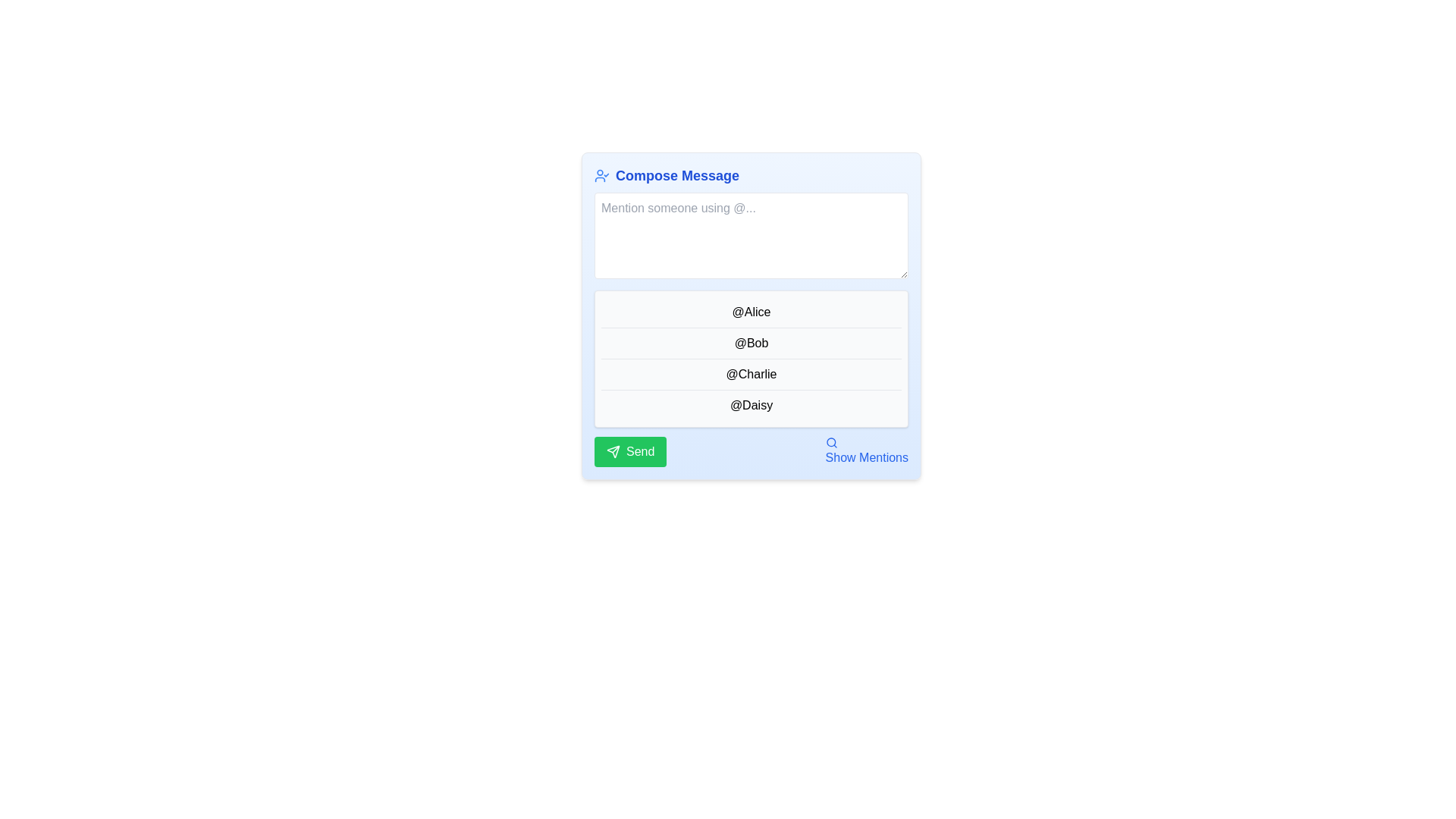  Describe the element at coordinates (830, 442) in the screenshot. I see `the icon located to the left of the 'Show Mentions' text at the bottom-right corner of the interface` at that location.